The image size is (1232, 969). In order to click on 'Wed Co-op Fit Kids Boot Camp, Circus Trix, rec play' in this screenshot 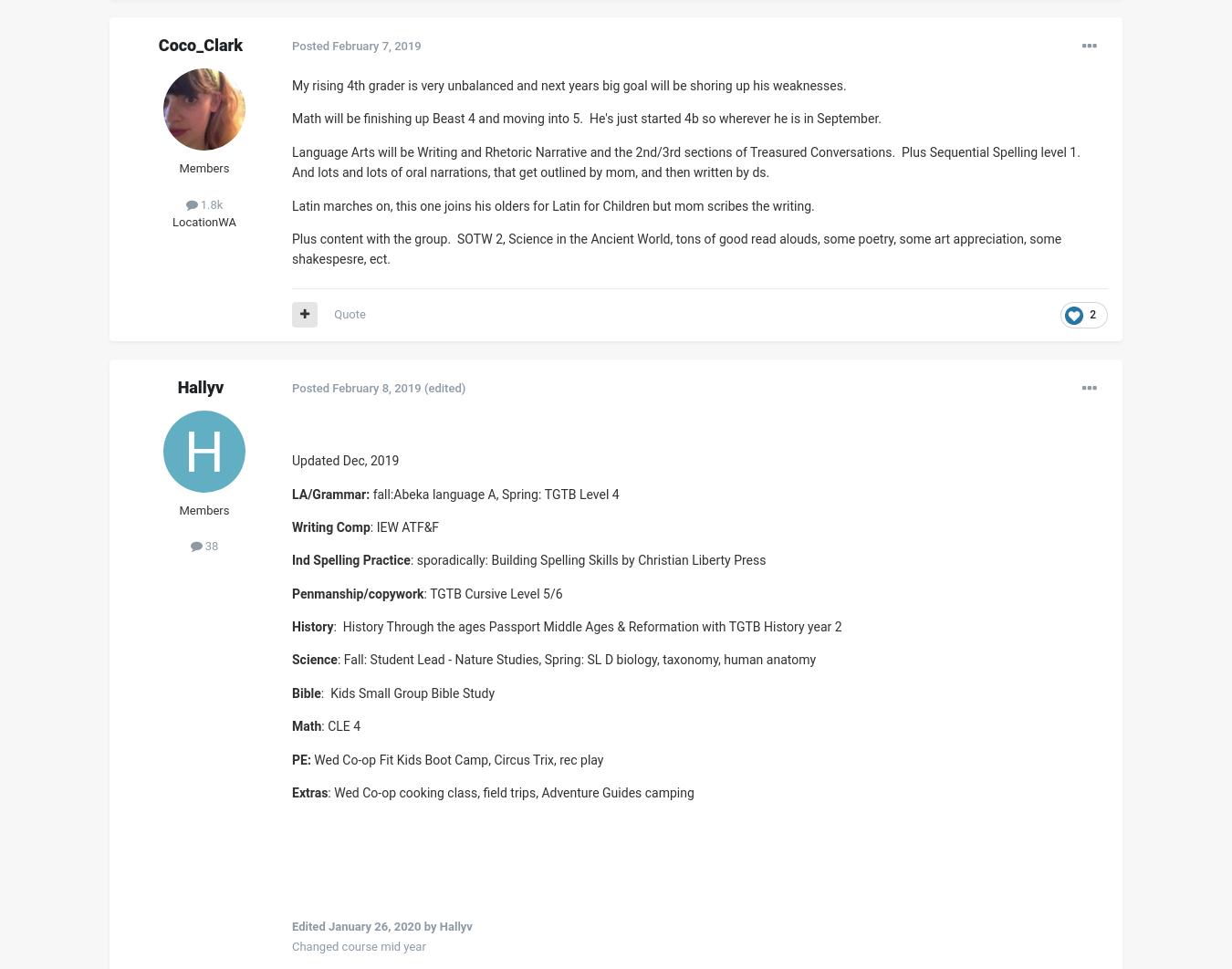, I will do `click(455, 757)`.